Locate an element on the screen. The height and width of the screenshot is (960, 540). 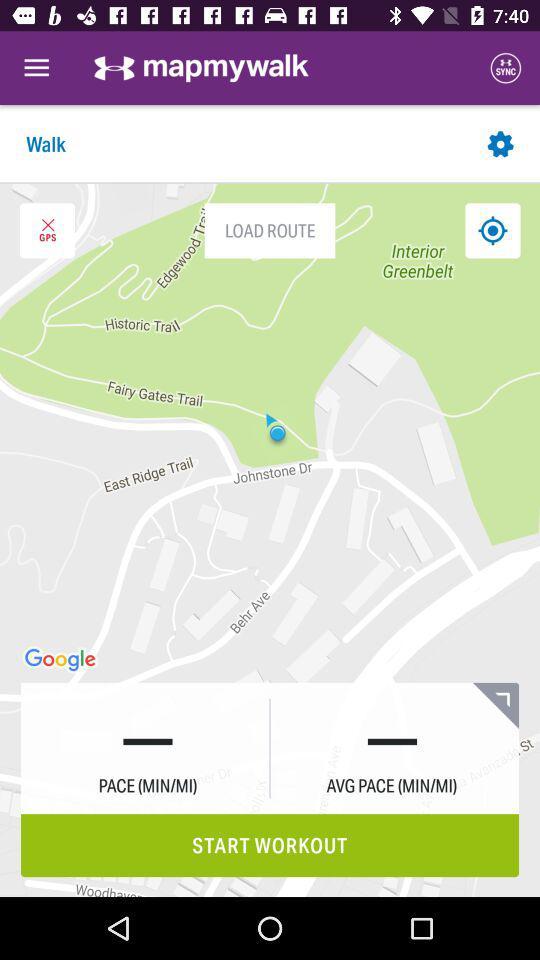
item next to load route icon is located at coordinates (491, 230).